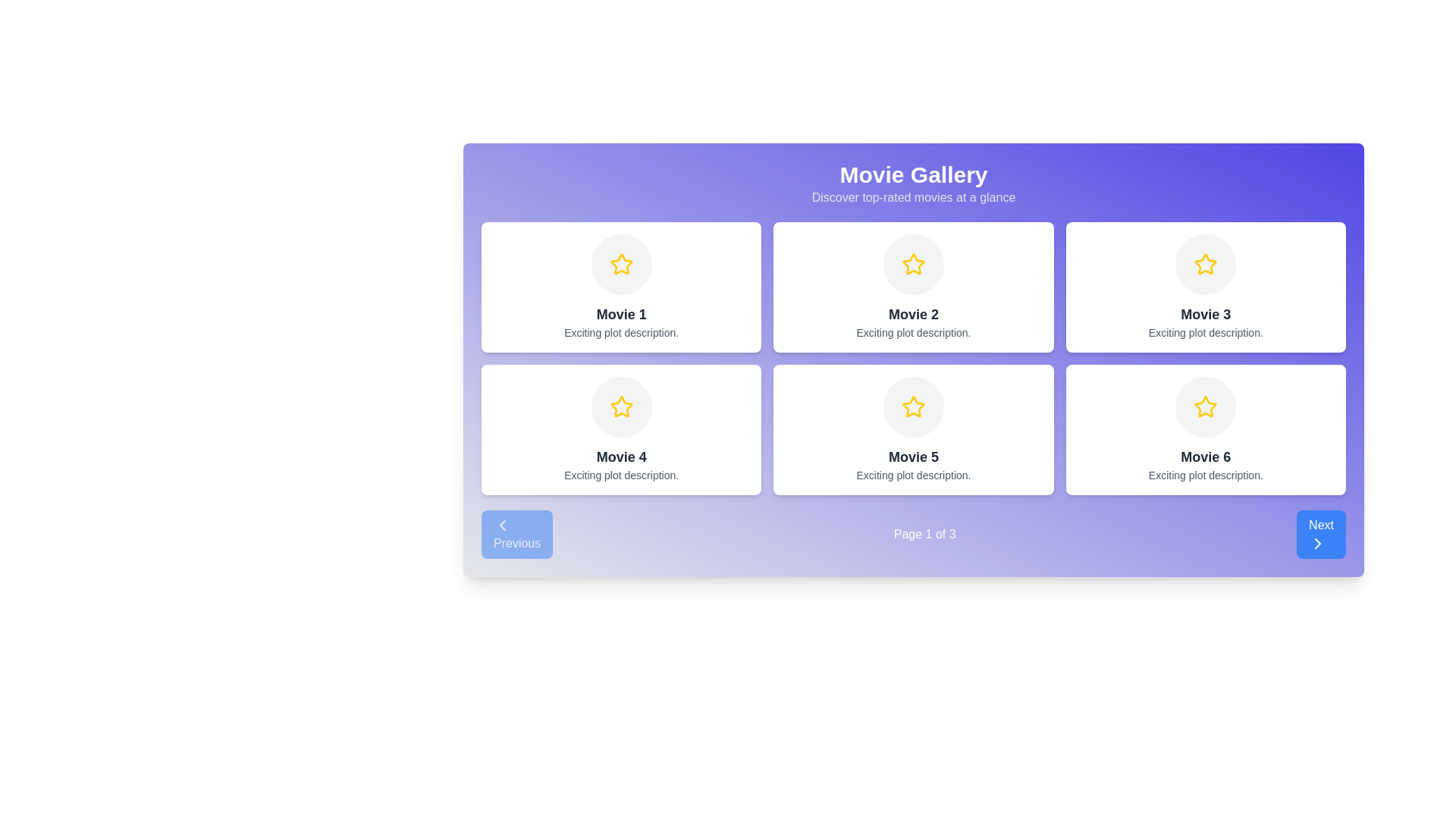  What do you see at coordinates (912, 406) in the screenshot?
I see `the star-shaped icon that serves as a visual indicator for rating, located in the bottom-middle tile of the grid layout, aligned with the 'Movie 5' label` at bounding box center [912, 406].